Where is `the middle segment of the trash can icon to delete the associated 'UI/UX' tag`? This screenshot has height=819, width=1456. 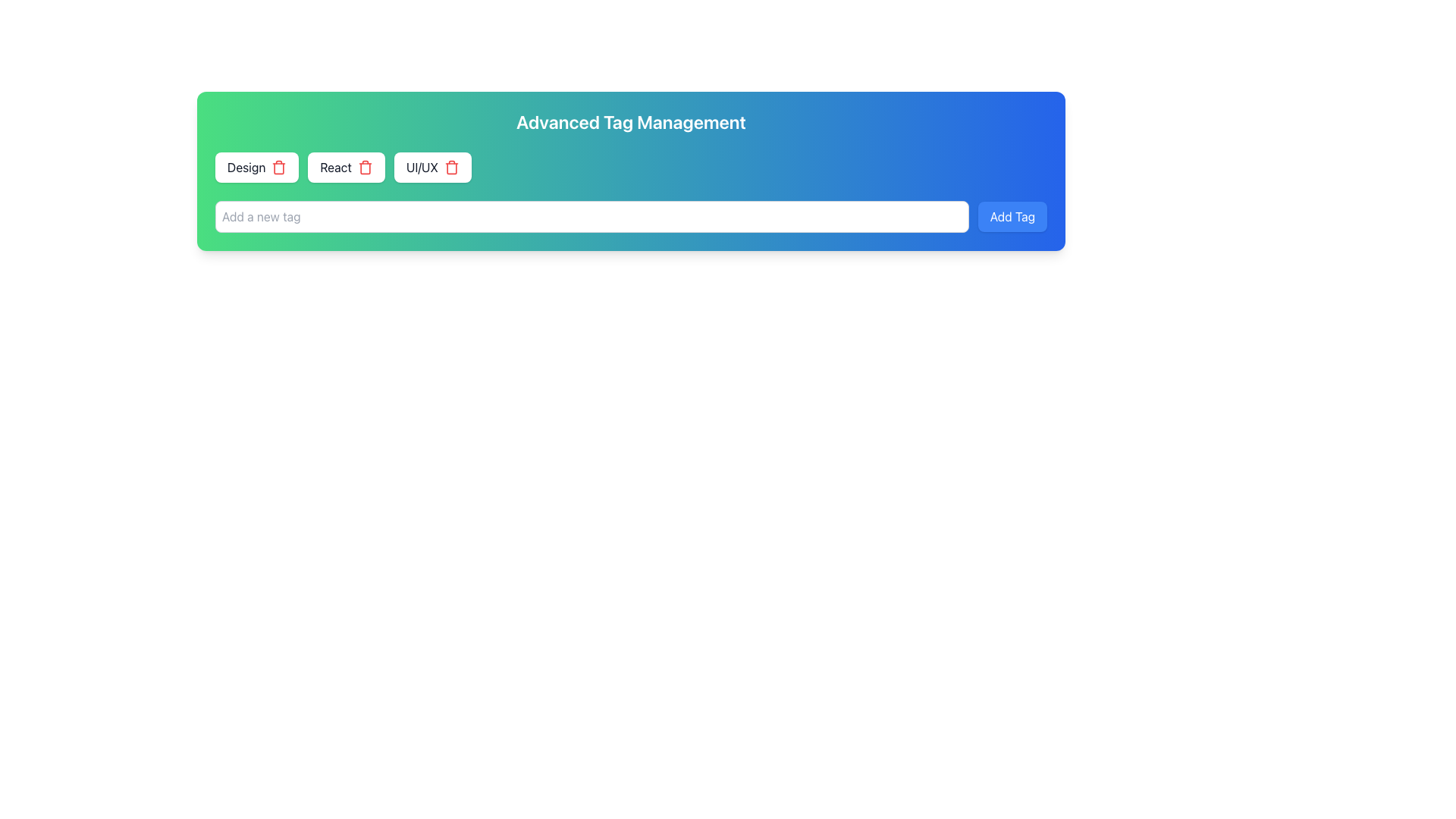 the middle segment of the trash can icon to delete the associated 'UI/UX' tag is located at coordinates (450, 168).